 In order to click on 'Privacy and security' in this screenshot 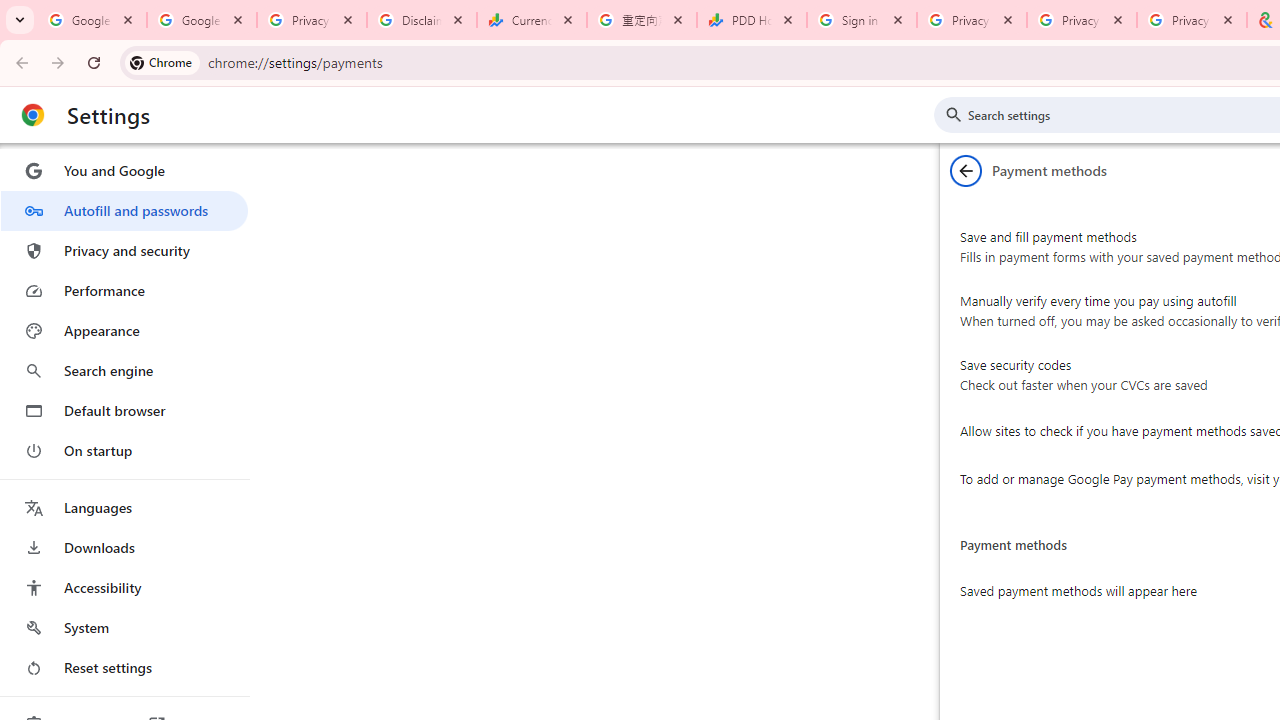, I will do `click(123, 249)`.